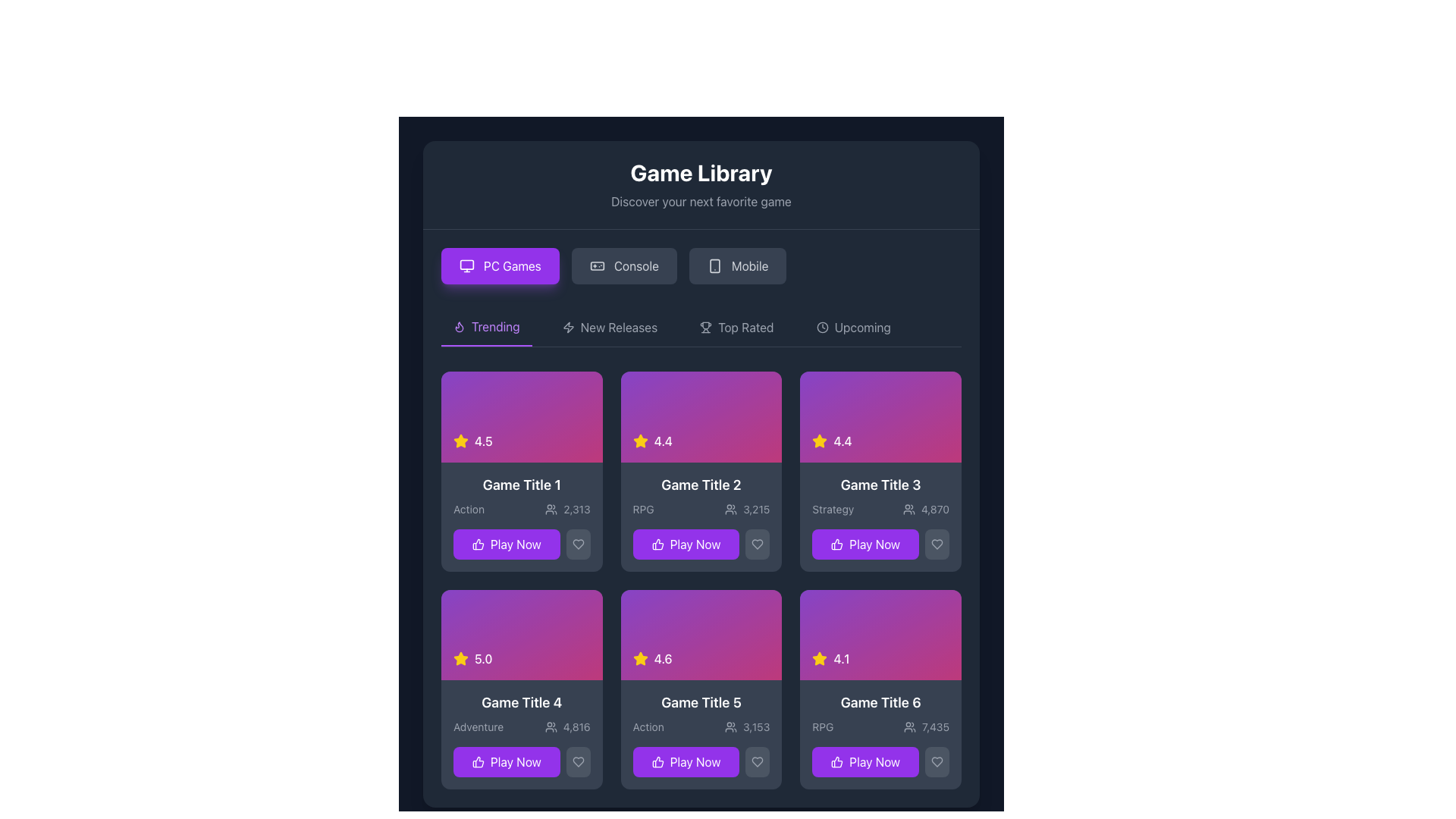  What do you see at coordinates (466, 265) in the screenshot?
I see `the 'PC Games' button, which contains the icon on its far left, enhancing user understanding of its purpose` at bounding box center [466, 265].